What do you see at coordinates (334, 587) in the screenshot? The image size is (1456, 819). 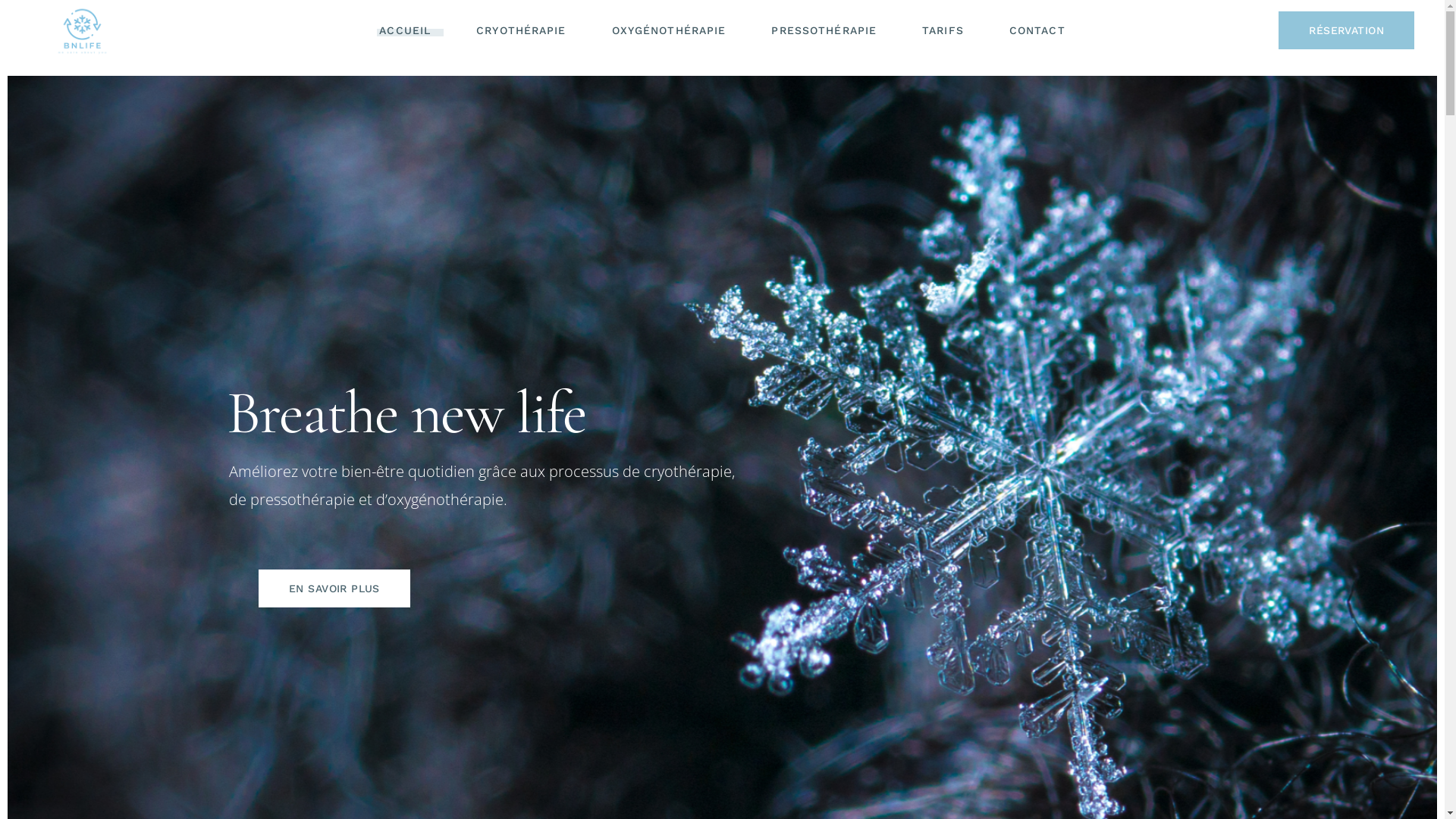 I see `'EN SAVOIR PLUS'` at bounding box center [334, 587].